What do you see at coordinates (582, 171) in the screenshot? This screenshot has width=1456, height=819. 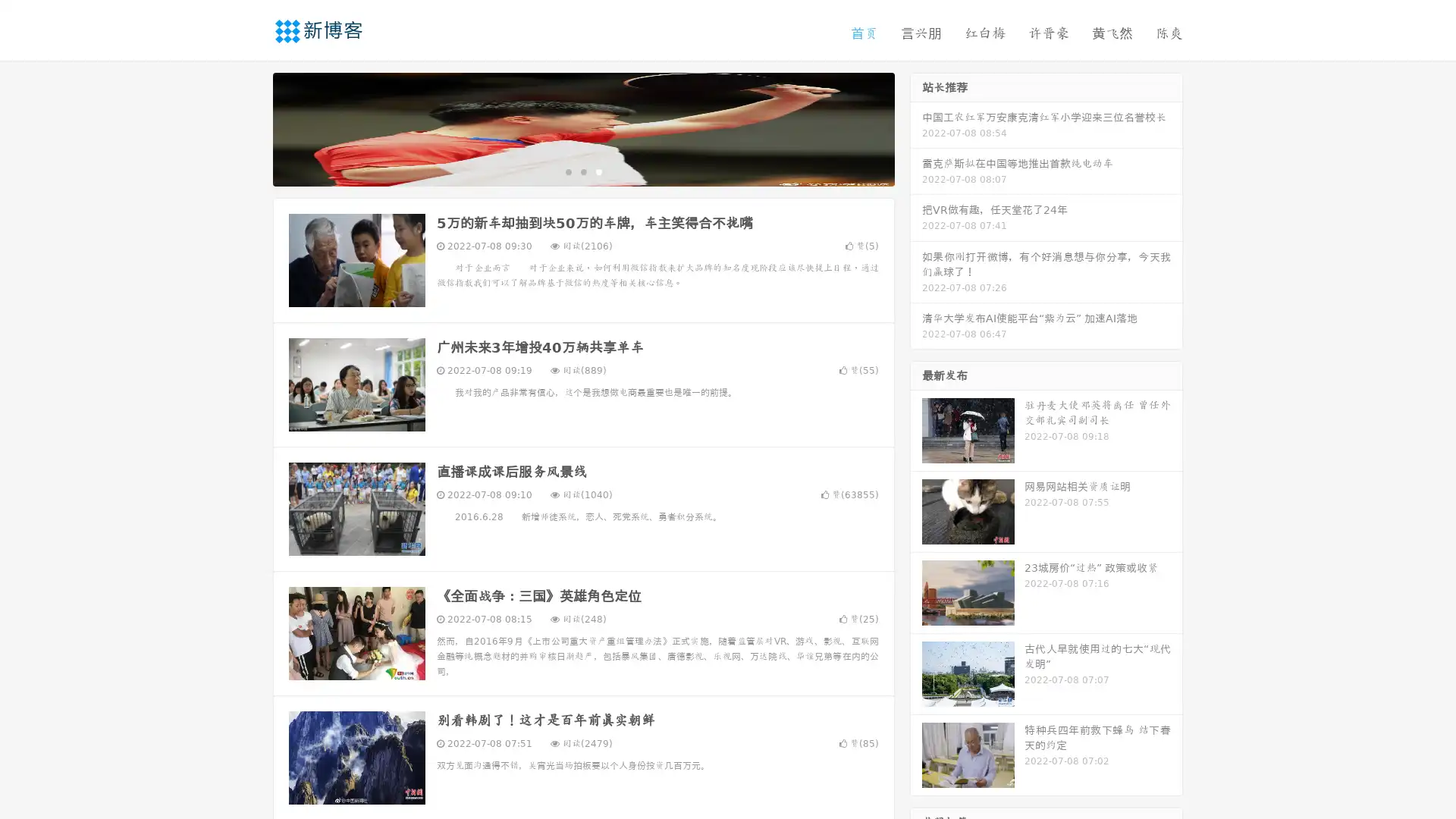 I see `Go to slide 2` at bounding box center [582, 171].